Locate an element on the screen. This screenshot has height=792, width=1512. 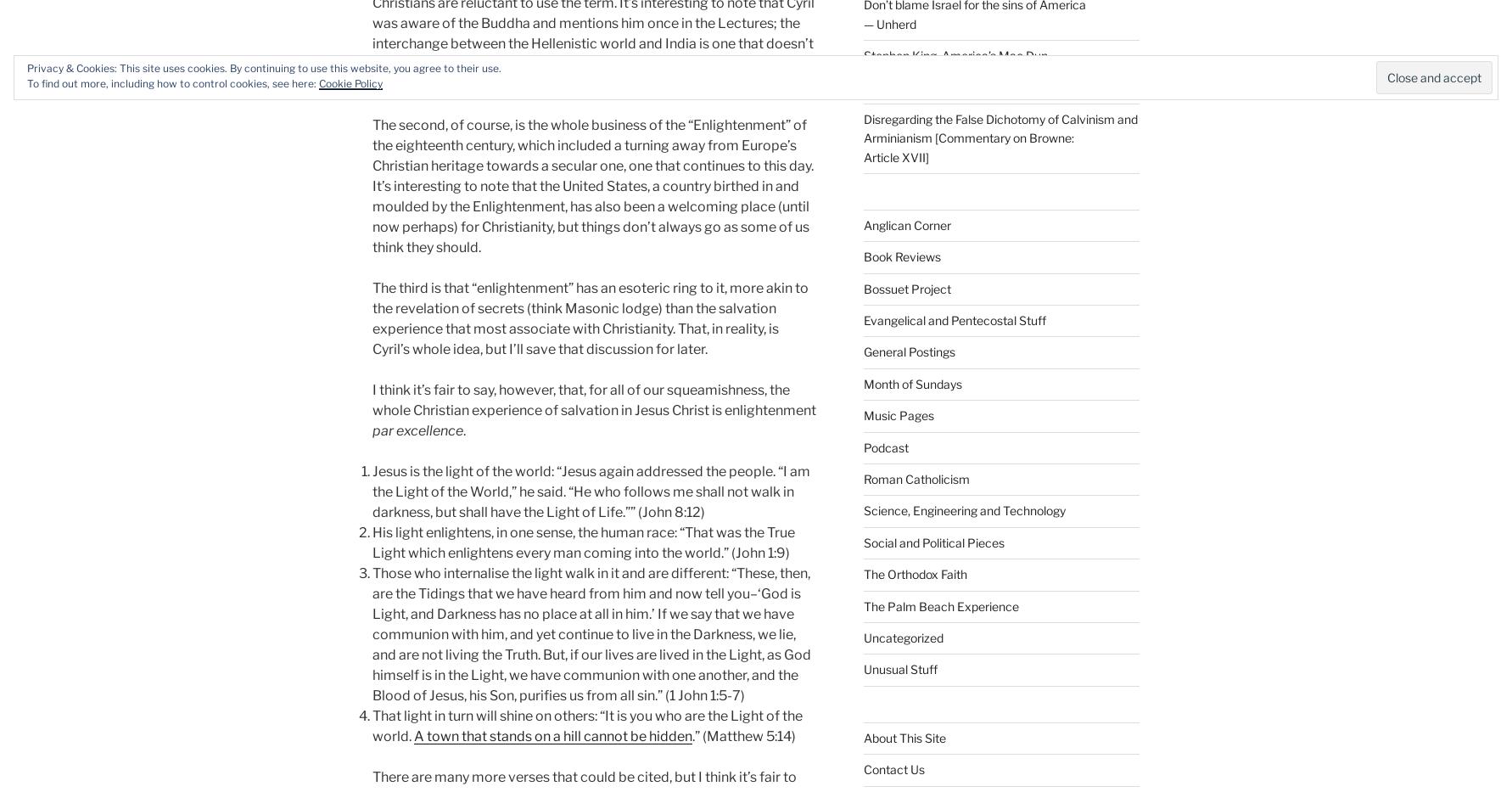
'Uncategorized' is located at coordinates (861, 637).